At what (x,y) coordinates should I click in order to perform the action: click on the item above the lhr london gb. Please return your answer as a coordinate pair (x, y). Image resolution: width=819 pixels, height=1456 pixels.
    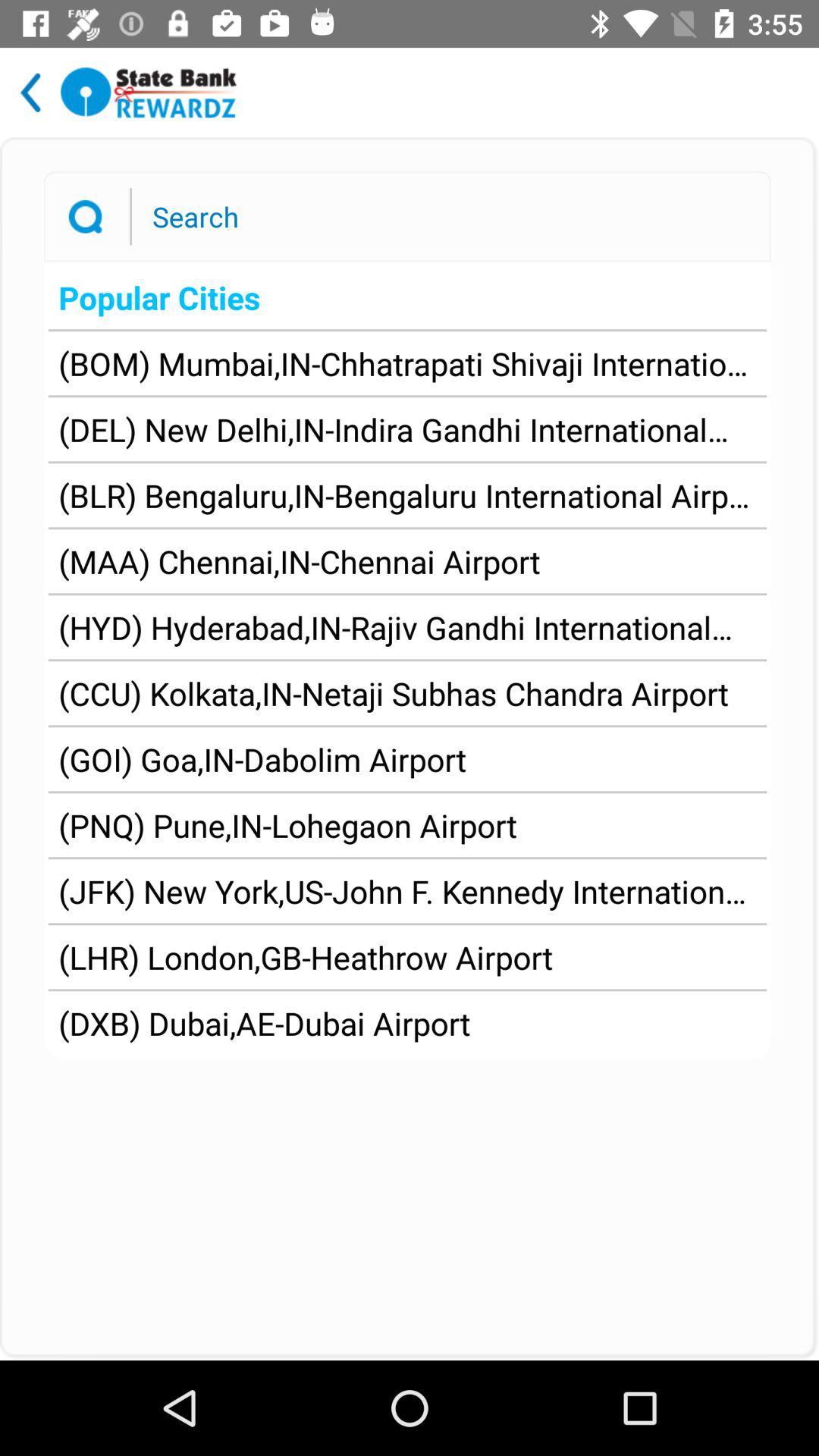
    Looking at the image, I should click on (406, 891).